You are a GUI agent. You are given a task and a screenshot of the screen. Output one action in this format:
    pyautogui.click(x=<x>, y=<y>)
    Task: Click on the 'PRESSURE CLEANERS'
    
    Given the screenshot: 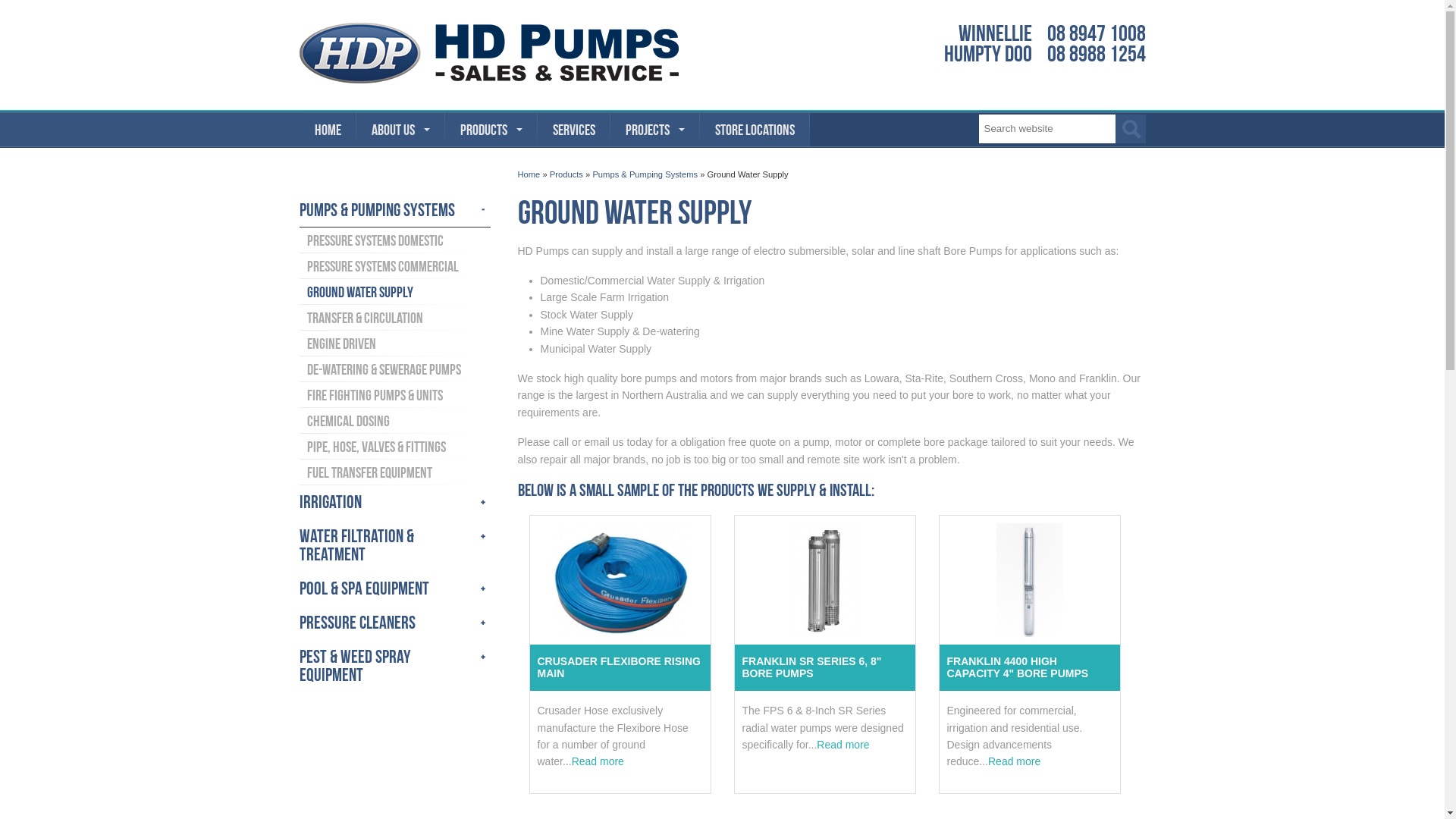 What is the action you would take?
    pyautogui.click(x=394, y=623)
    